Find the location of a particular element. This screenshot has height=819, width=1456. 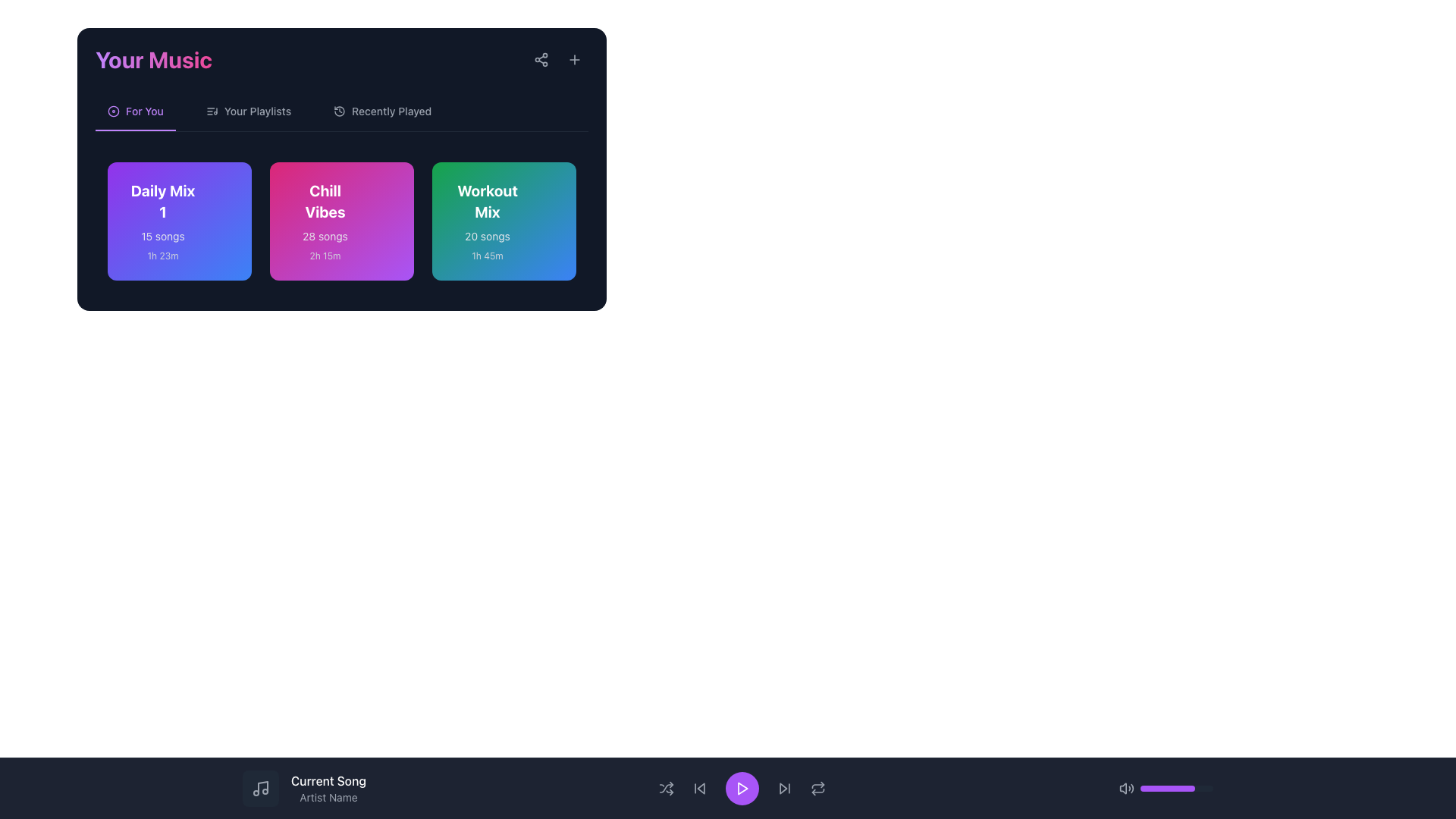

the icon associated with the 'For You' section, which is positioned directly to the left of the 'For You' label in the top navigation section is located at coordinates (112, 110).